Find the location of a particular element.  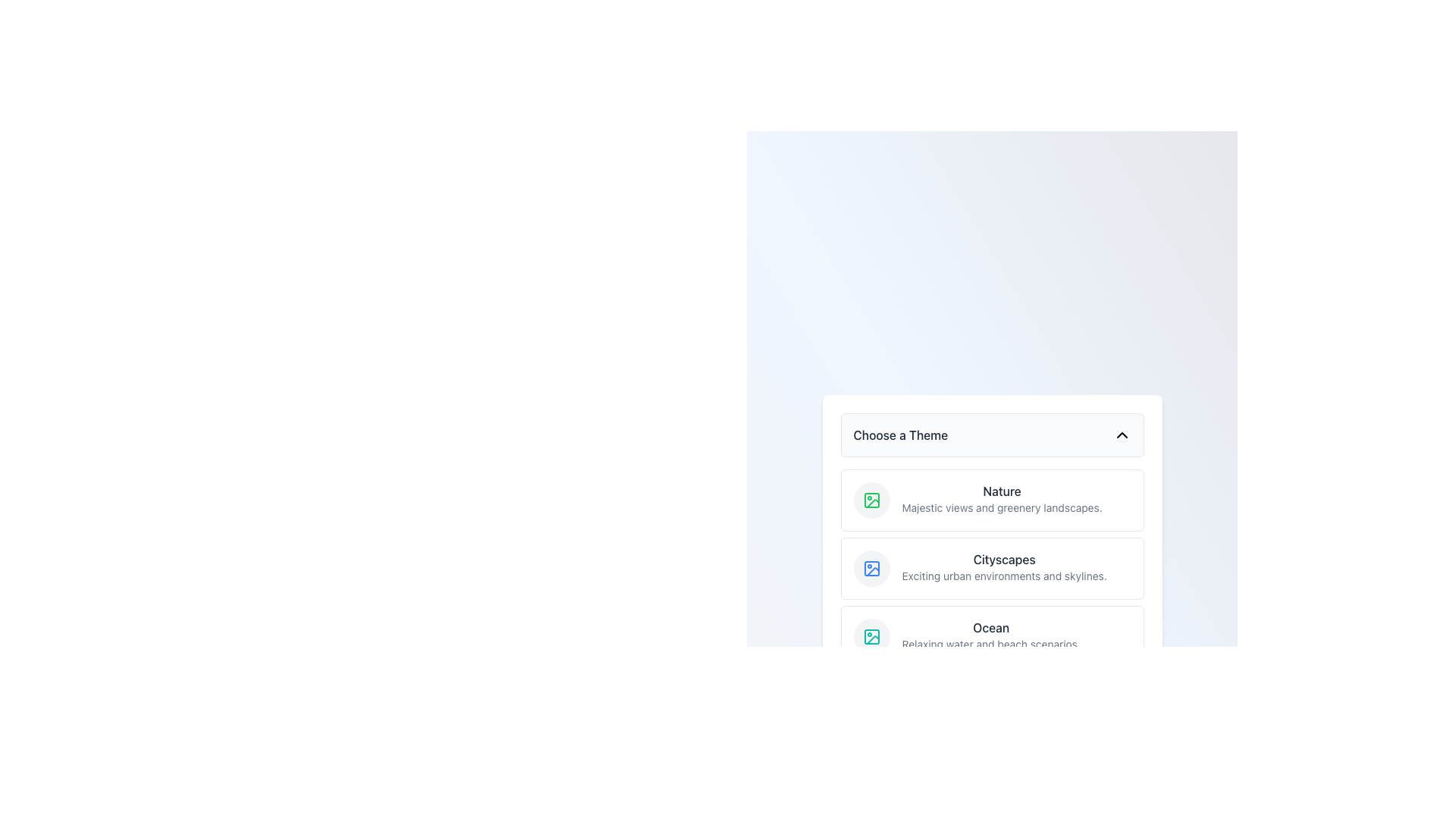

the largest rectangular SVG icon component representing a placeholder image within the themed list item for 'Cityscapes' is located at coordinates (871, 568).